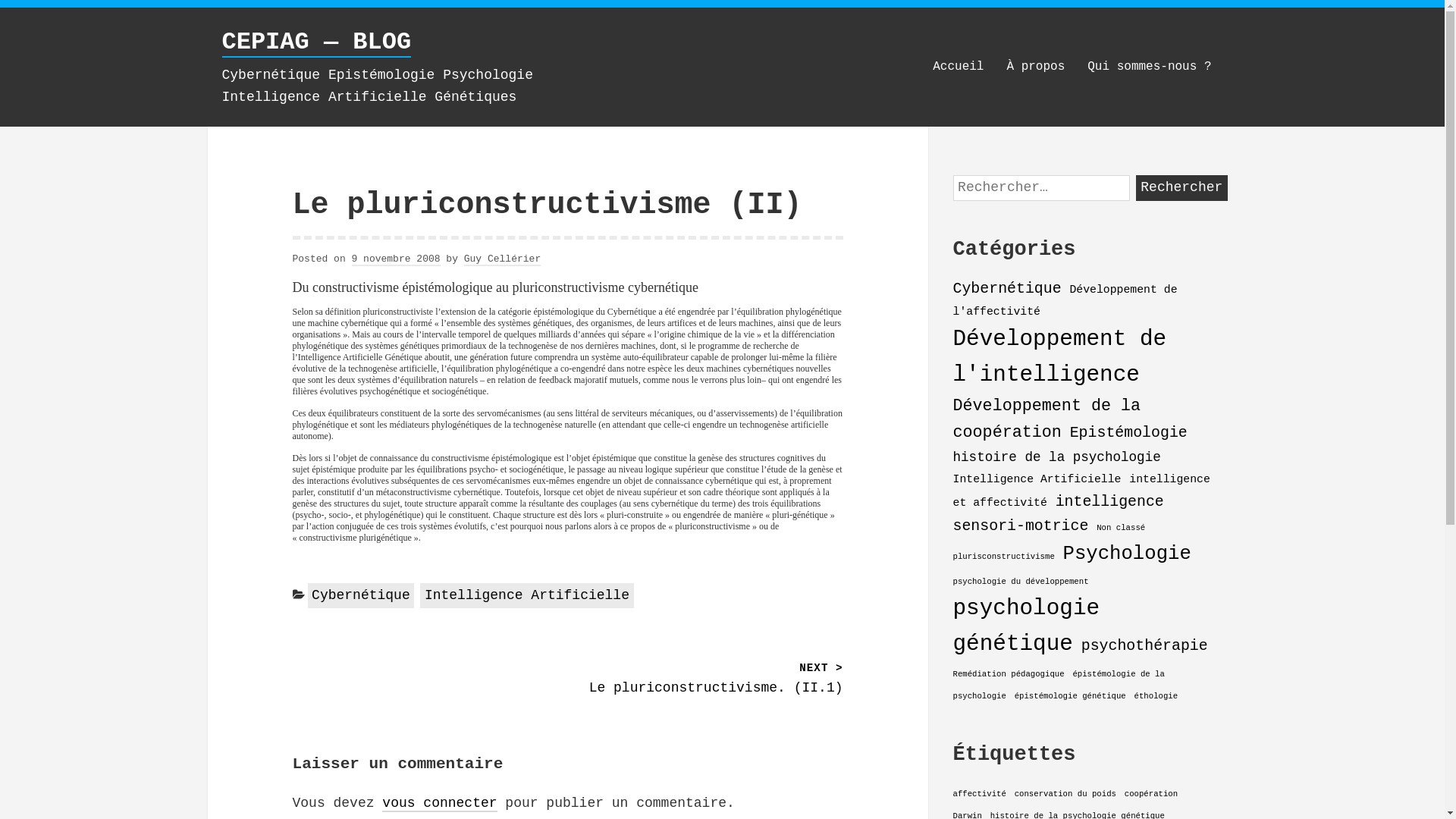 The image size is (1456, 819). Describe the element at coordinates (1149, 66) in the screenshot. I see `'Qui sommes-nous ?'` at that location.